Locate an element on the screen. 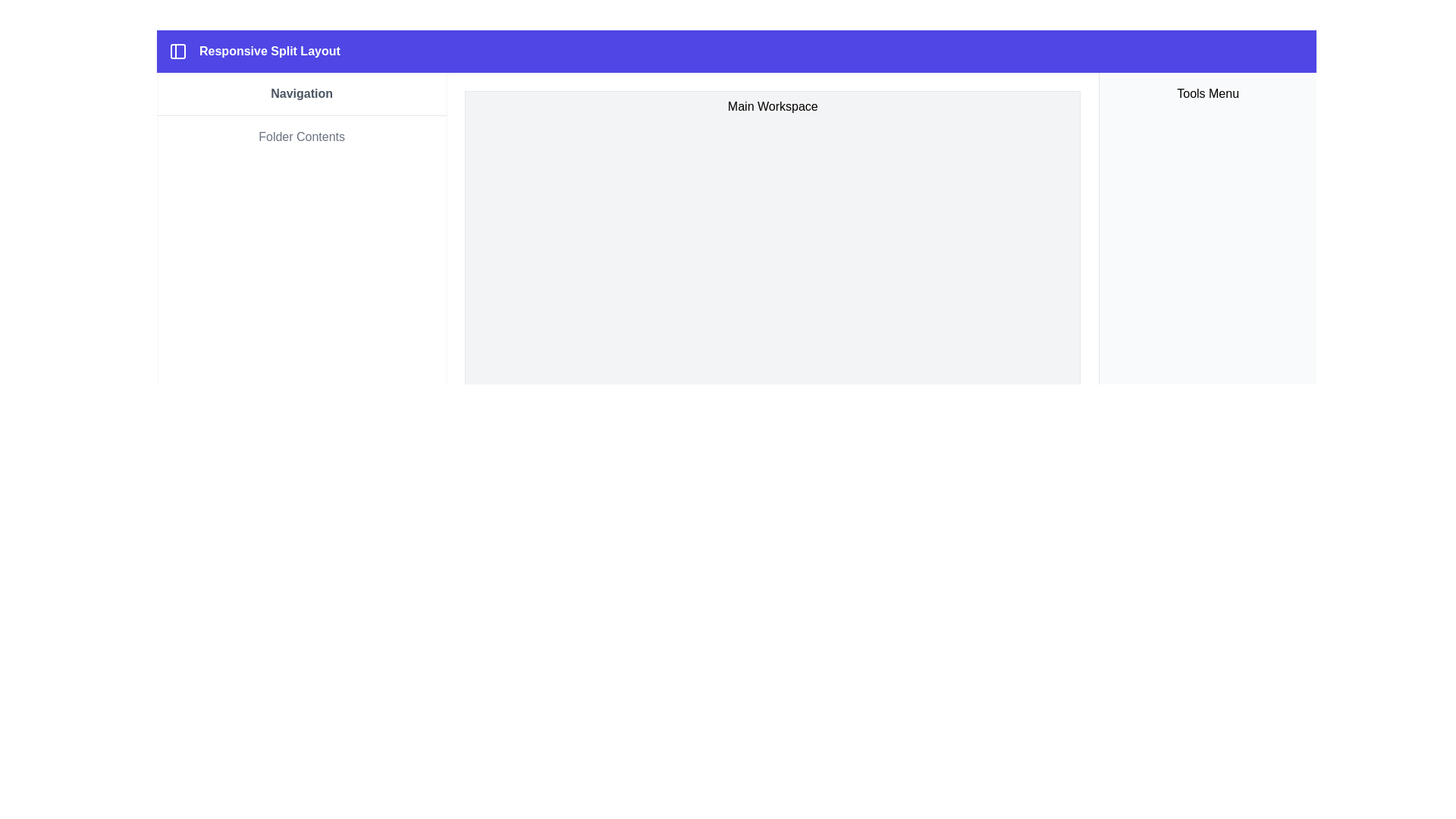 The image size is (1456, 819). the Static Text Label located below the 'Navigation' heading in the left-hand navigation panel, which serves as a non-interactive heading or label is located at coordinates (302, 137).